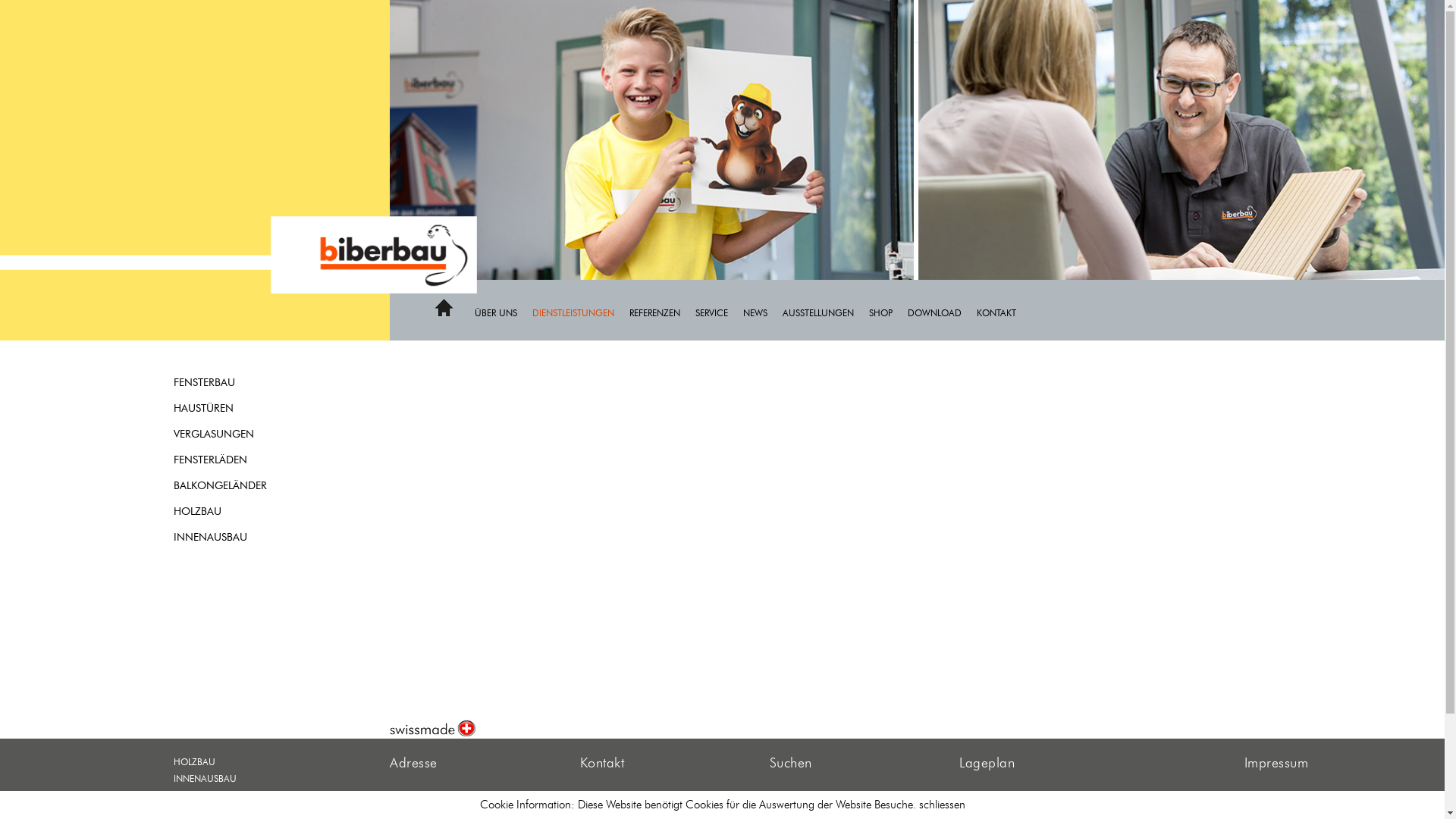  What do you see at coordinates (1004, 311) in the screenshot?
I see `'KONTAKT'` at bounding box center [1004, 311].